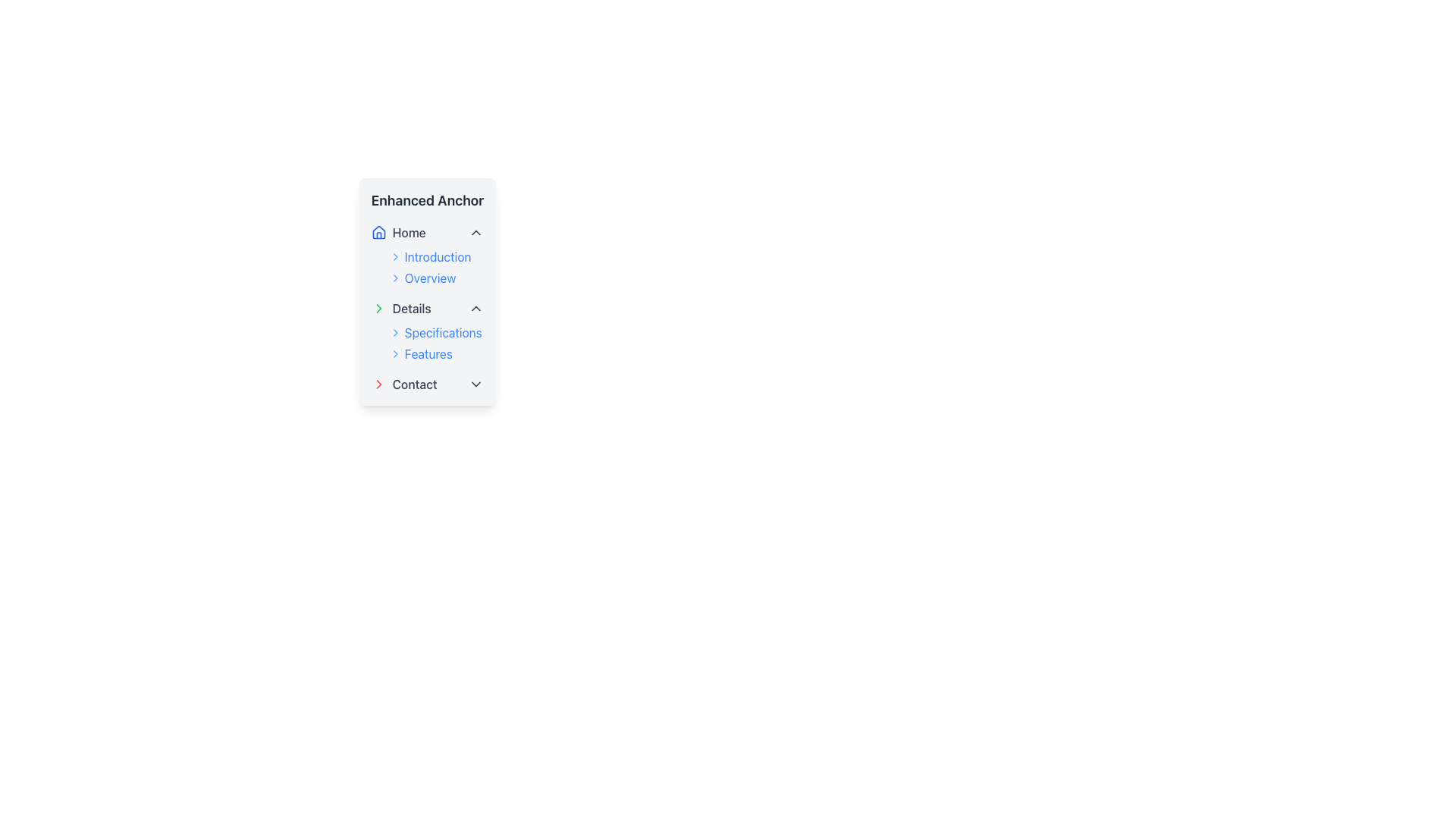  Describe the element at coordinates (436, 353) in the screenshot. I see `the interactive link labeled 'Features' which is displayed in blue font and has a right-pointing chevron icon, located within the vertical list under 'Details'` at that location.